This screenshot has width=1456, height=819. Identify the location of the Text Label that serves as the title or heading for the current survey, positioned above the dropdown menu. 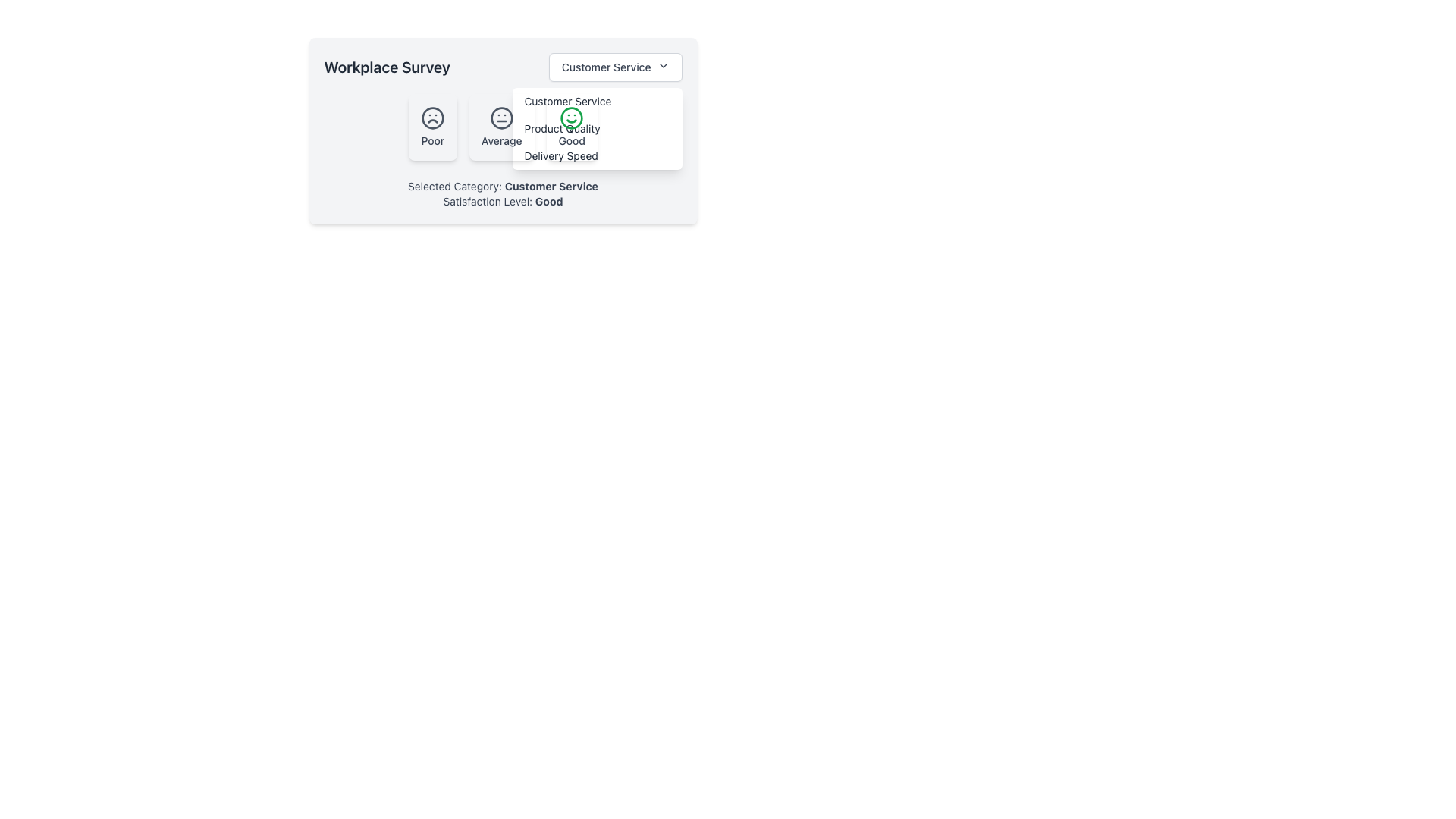
(387, 66).